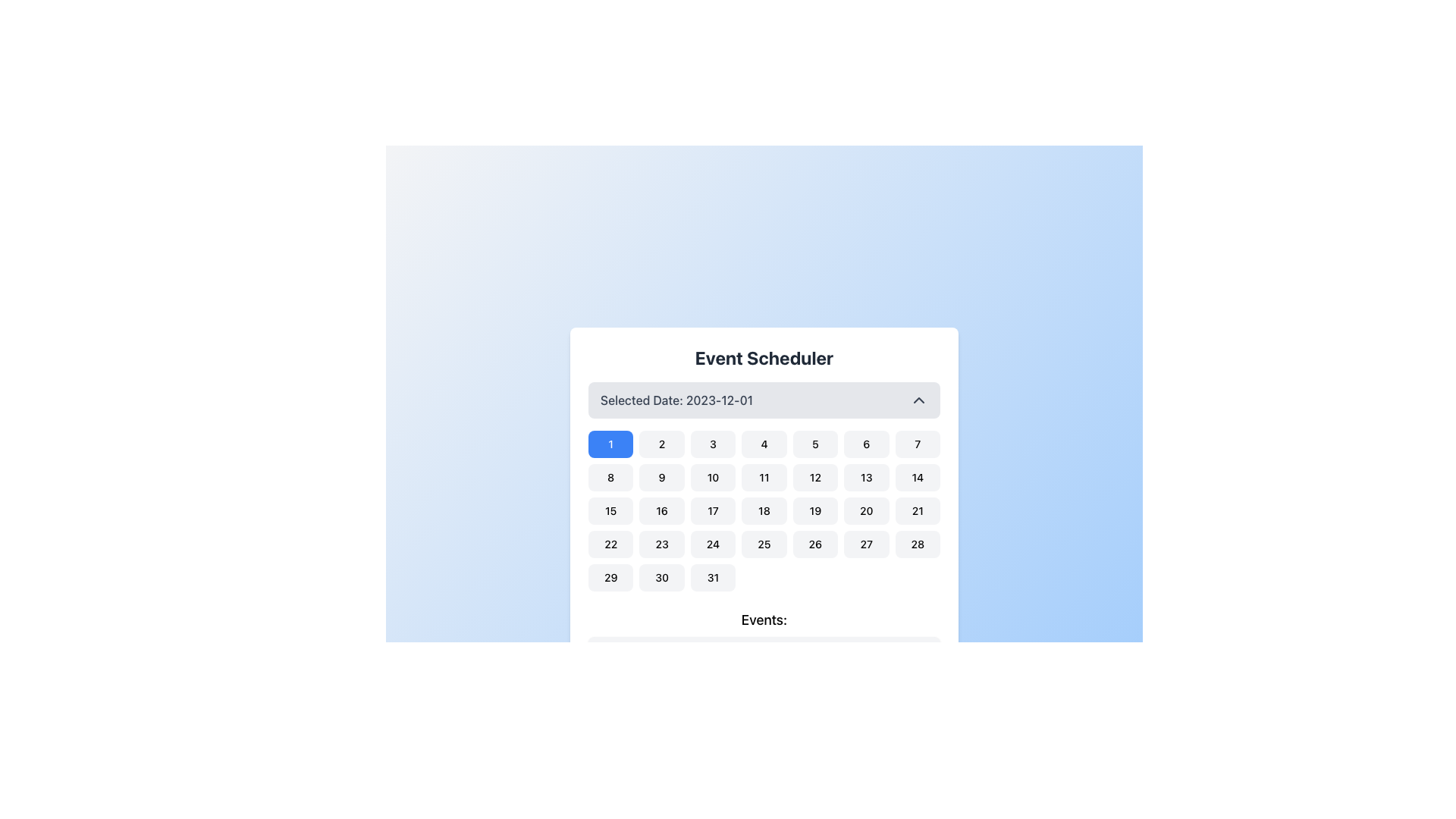 This screenshot has width=1456, height=819. Describe the element at coordinates (662, 543) in the screenshot. I see `the rounded rectangular button labeled '23' in the Event Scheduler modal` at that location.